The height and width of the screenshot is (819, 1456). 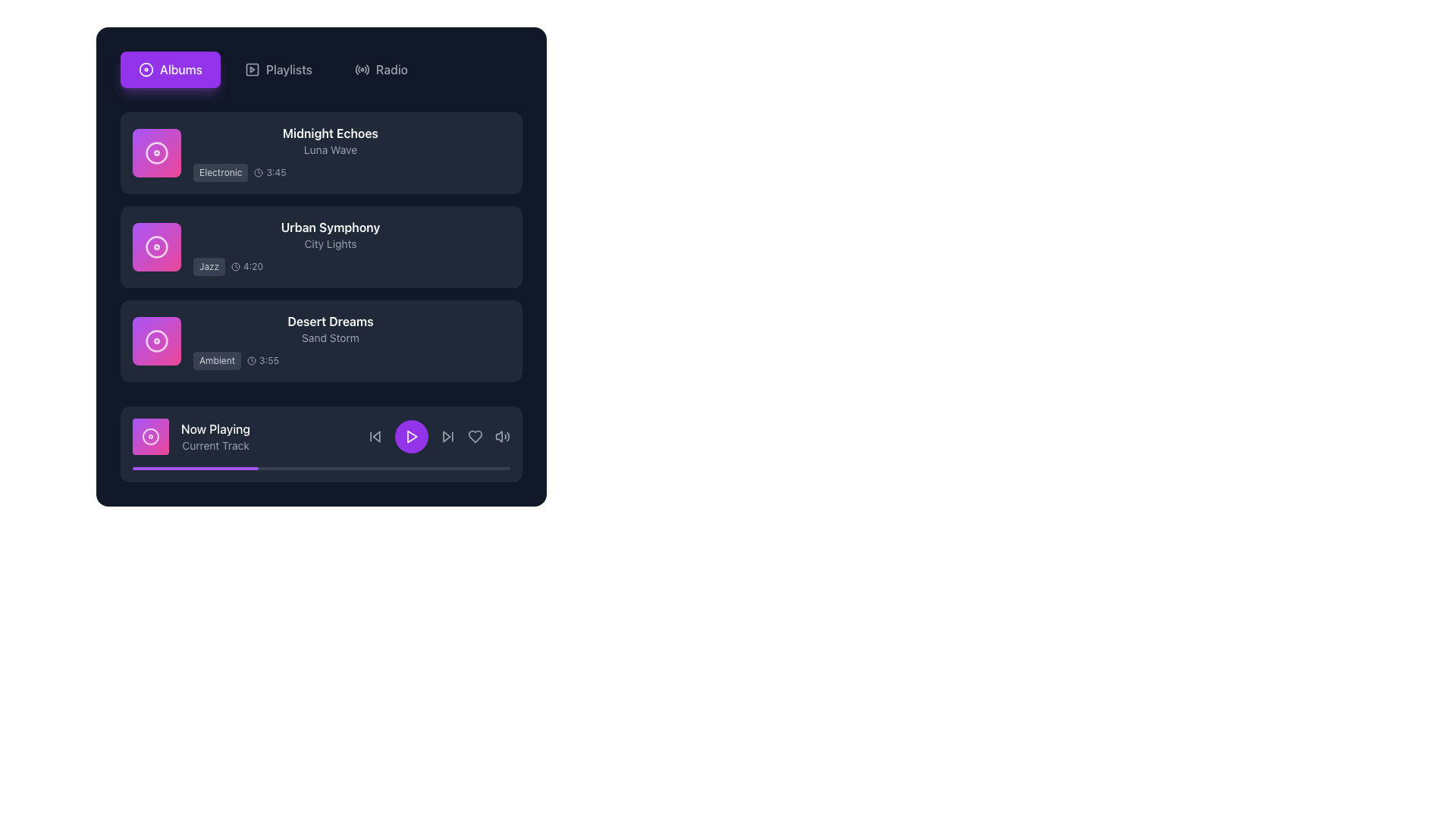 What do you see at coordinates (494, 246) in the screenshot?
I see `the play button for the 'Urban Symphony' track located in the Albums section of the music player interface` at bounding box center [494, 246].